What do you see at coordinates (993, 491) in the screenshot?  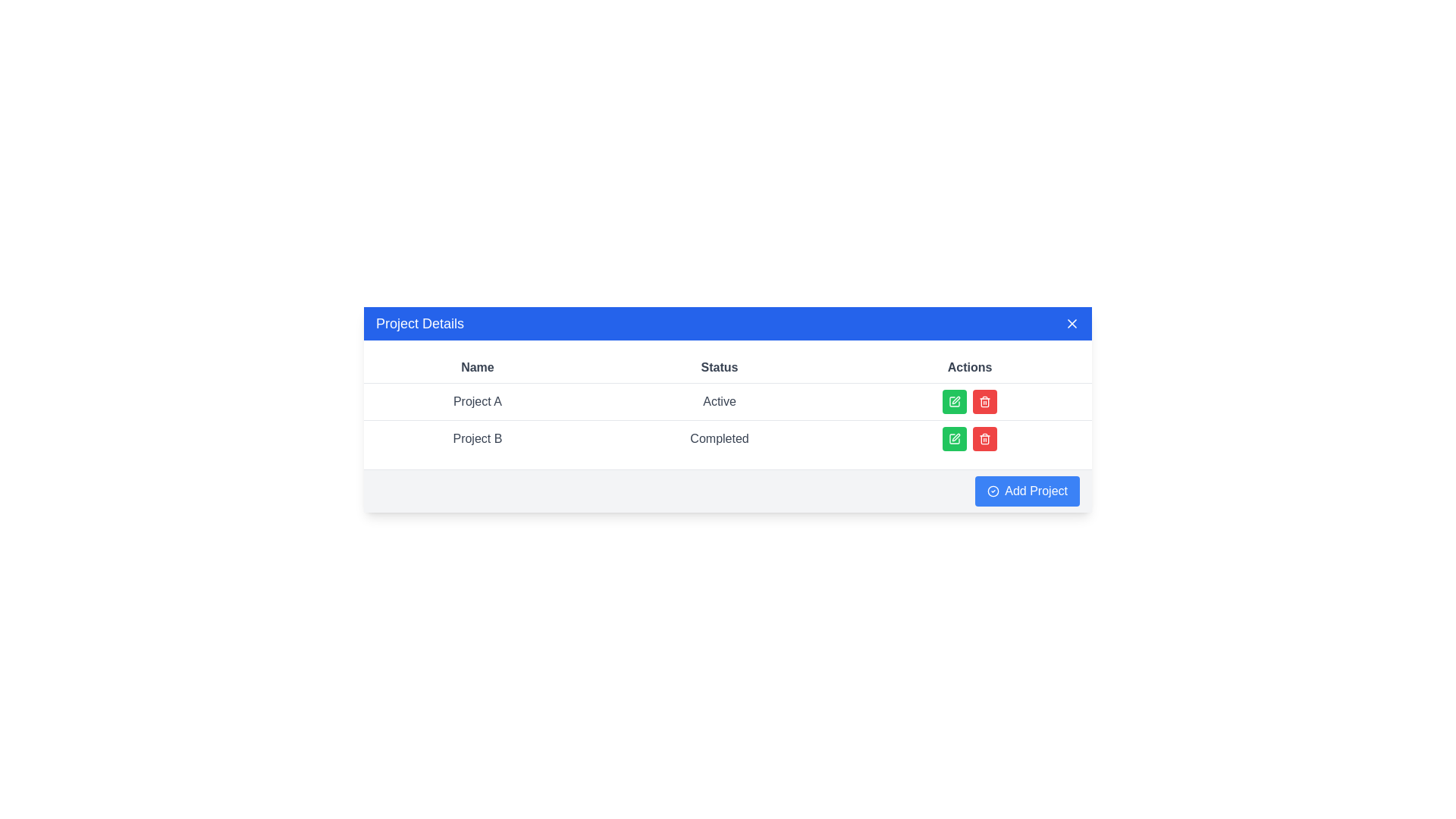 I see `the circular boundary element styled in blue, which is part of a check mark icon located to the right of the 'Completed' label in the 'Status' column of the second row of the table` at bounding box center [993, 491].